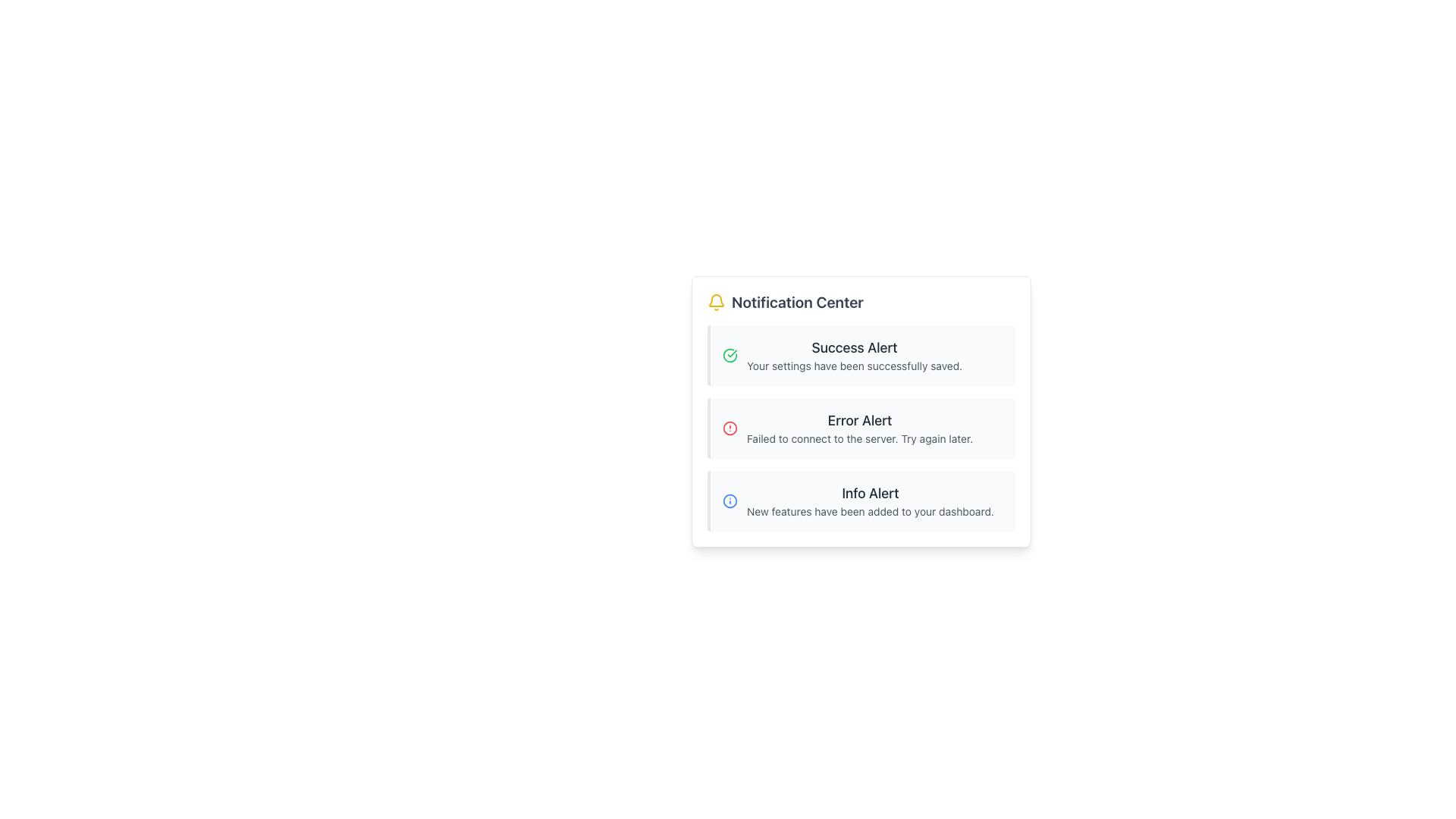 This screenshot has width=1456, height=819. I want to click on the error/warning icon located to the left of the 'Error Alert' text in the notification section, so click(730, 428).